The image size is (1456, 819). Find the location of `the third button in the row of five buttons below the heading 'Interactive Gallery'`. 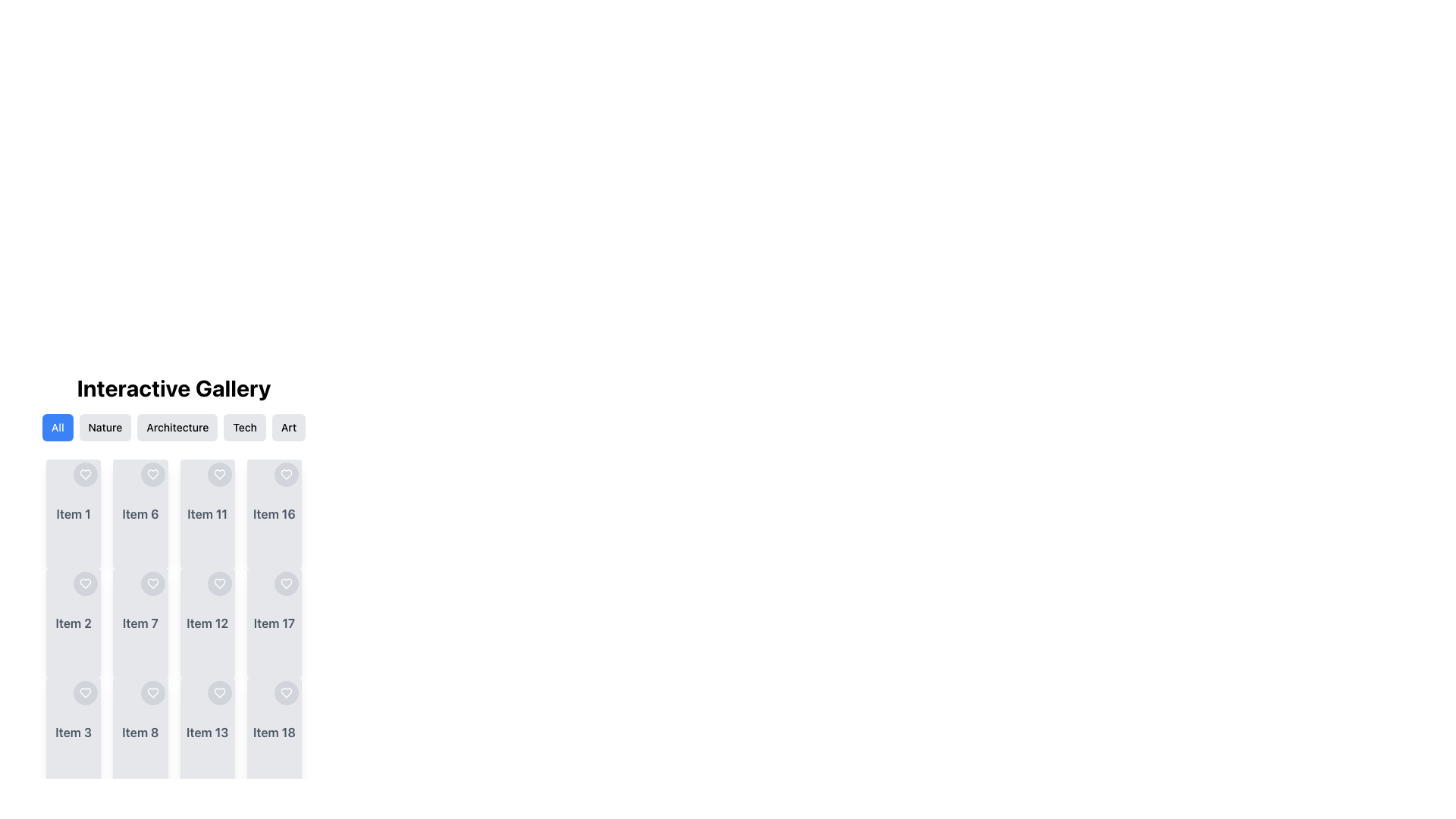

the third button in the row of five buttons below the heading 'Interactive Gallery' is located at coordinates (177, 427).